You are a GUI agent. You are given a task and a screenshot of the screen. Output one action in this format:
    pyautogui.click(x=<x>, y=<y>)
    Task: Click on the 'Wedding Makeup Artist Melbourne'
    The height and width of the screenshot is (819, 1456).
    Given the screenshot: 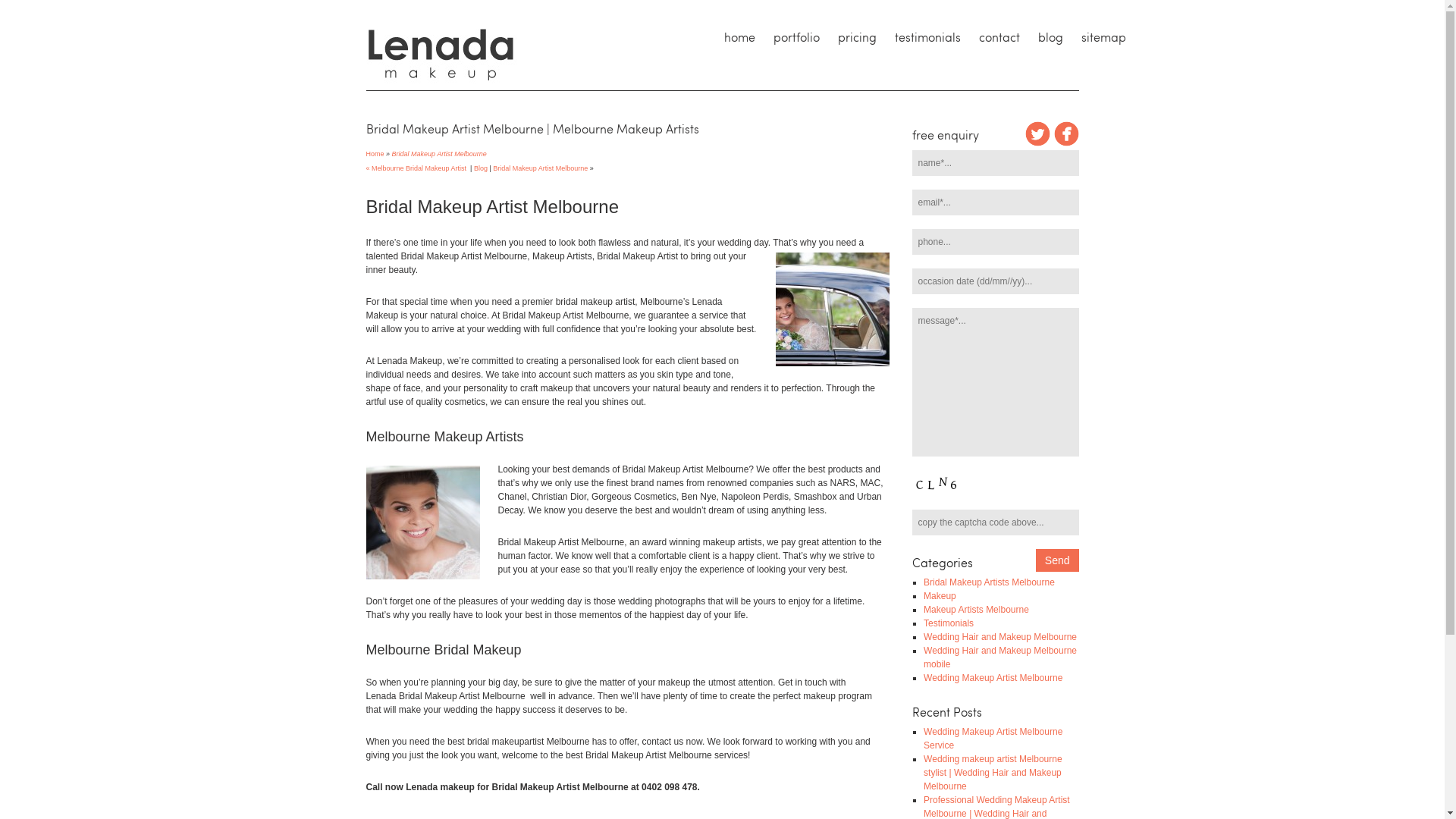 What is the action you would take?
    pyautogui.click(x=993, y=677)
    